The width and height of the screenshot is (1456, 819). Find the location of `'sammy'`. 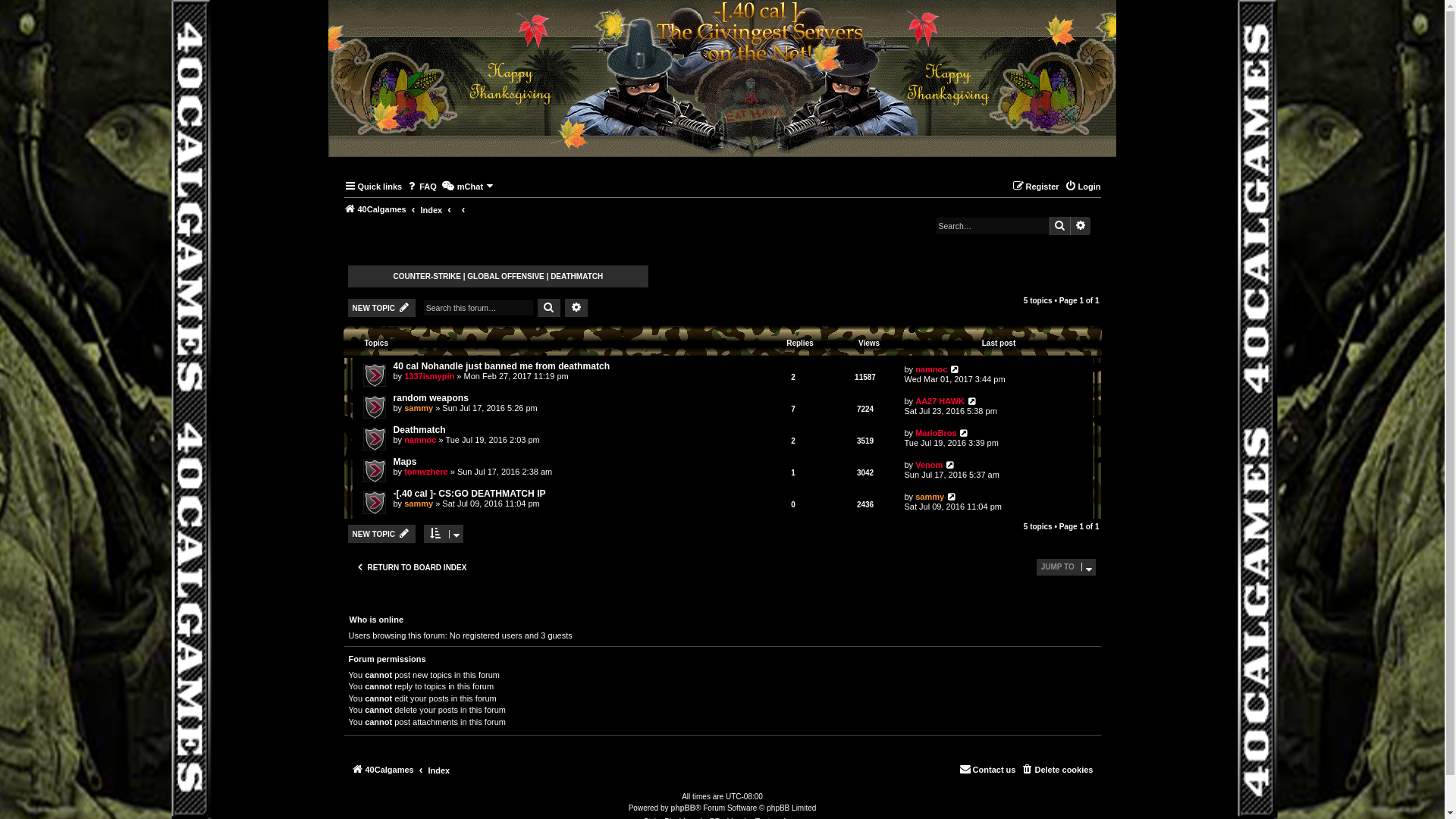

'sammy' is located at coordinates (419, 406).